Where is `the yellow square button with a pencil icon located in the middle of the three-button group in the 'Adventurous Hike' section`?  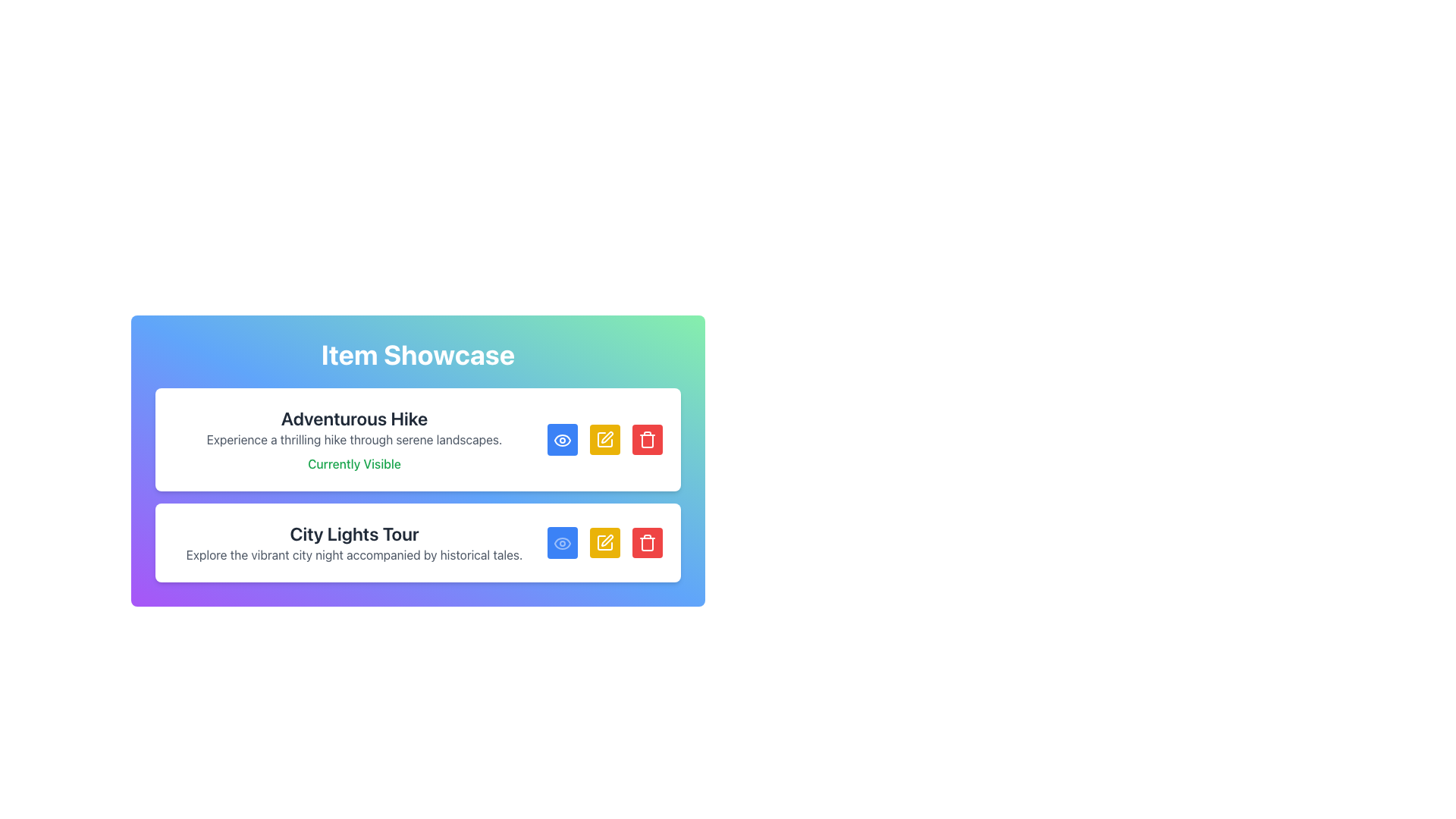
the yellow square button with a pencil icon located in the middle of the three-button group in the 'Adventurous Hike' section is located at coordinates (604, 439).